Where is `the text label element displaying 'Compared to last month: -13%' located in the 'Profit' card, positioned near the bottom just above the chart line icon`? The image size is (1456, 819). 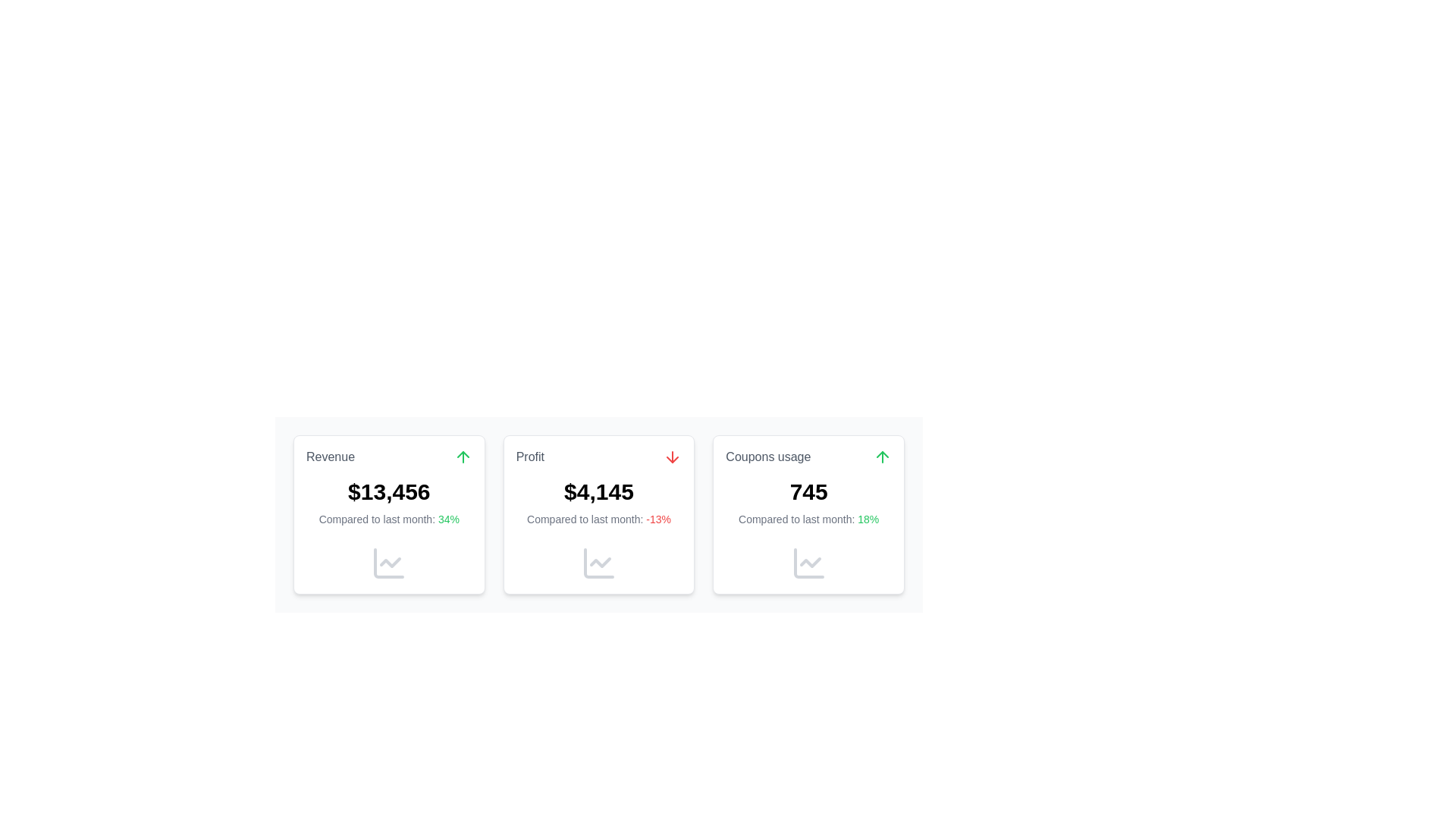
the text label element displaying 'Compared to last month: -13%' located in the 'Profit' card, positioned near the bottom just above the chart line icon is located at coordinates (598, 519).